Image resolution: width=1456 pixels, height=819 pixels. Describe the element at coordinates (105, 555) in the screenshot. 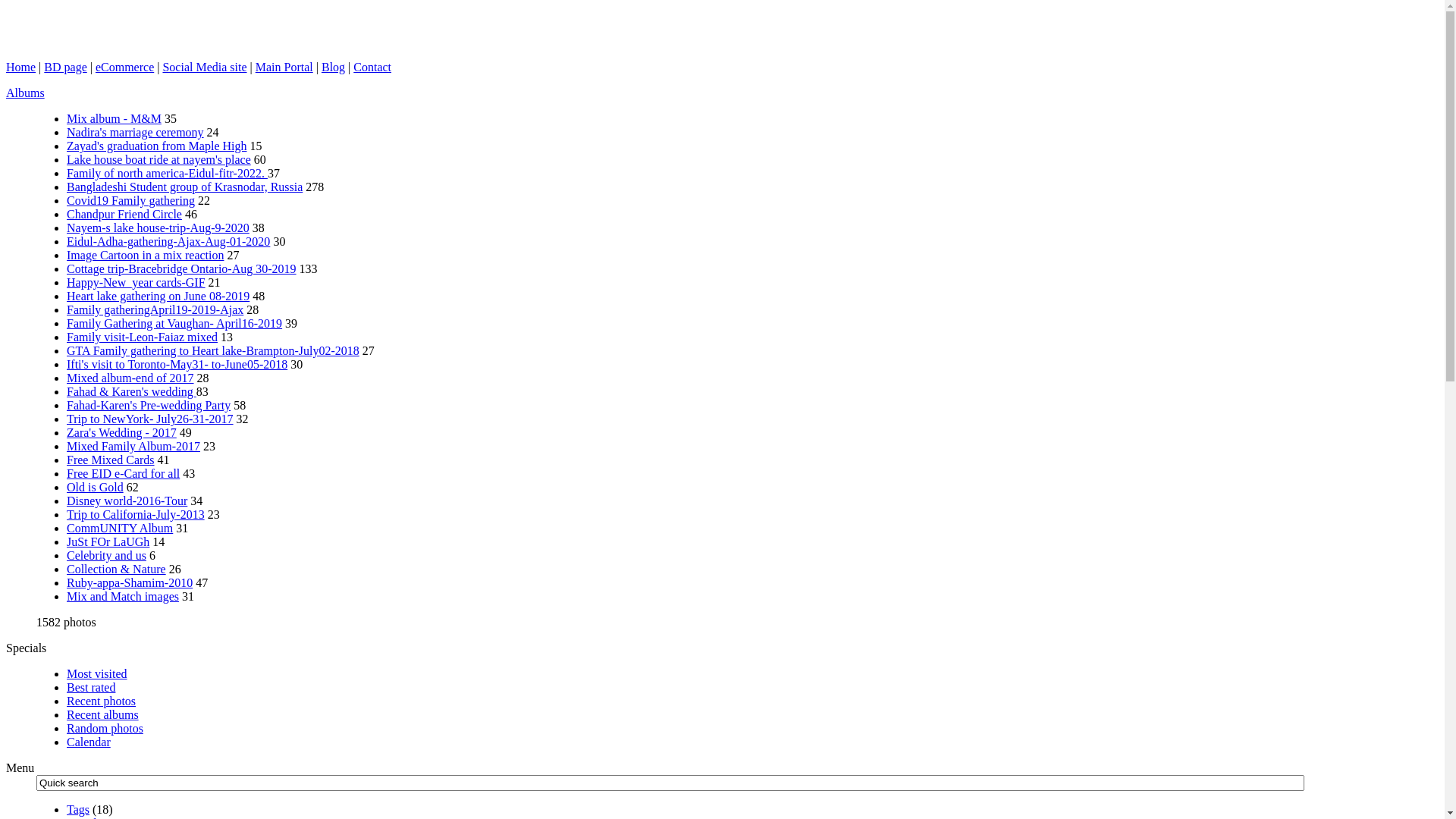

I see `'Celebrity and us'` at that location.